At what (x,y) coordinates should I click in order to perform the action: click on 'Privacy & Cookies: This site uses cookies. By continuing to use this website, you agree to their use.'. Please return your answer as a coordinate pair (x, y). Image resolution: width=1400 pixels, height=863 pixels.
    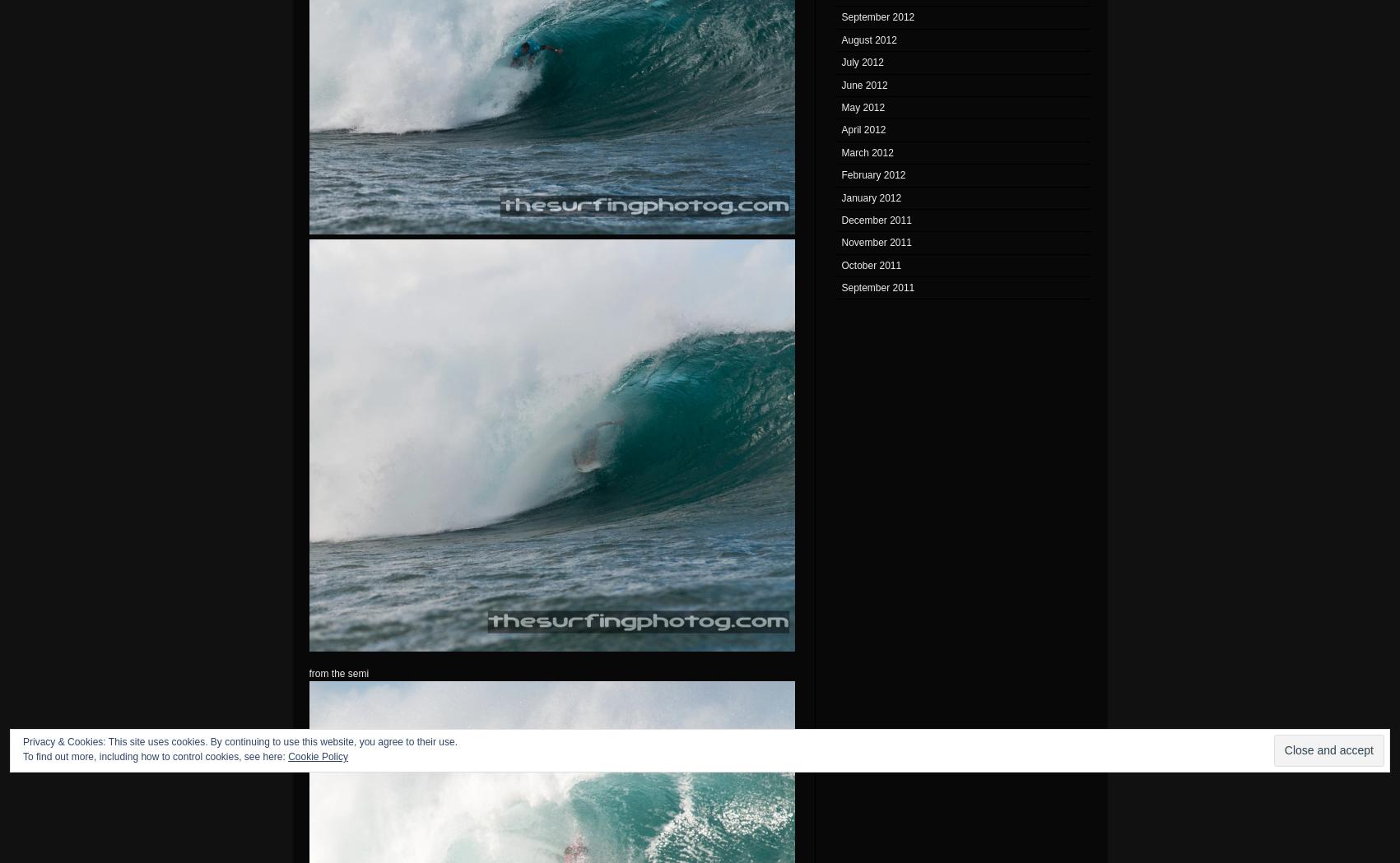
    Looking at the image, I should click on (240, 741).